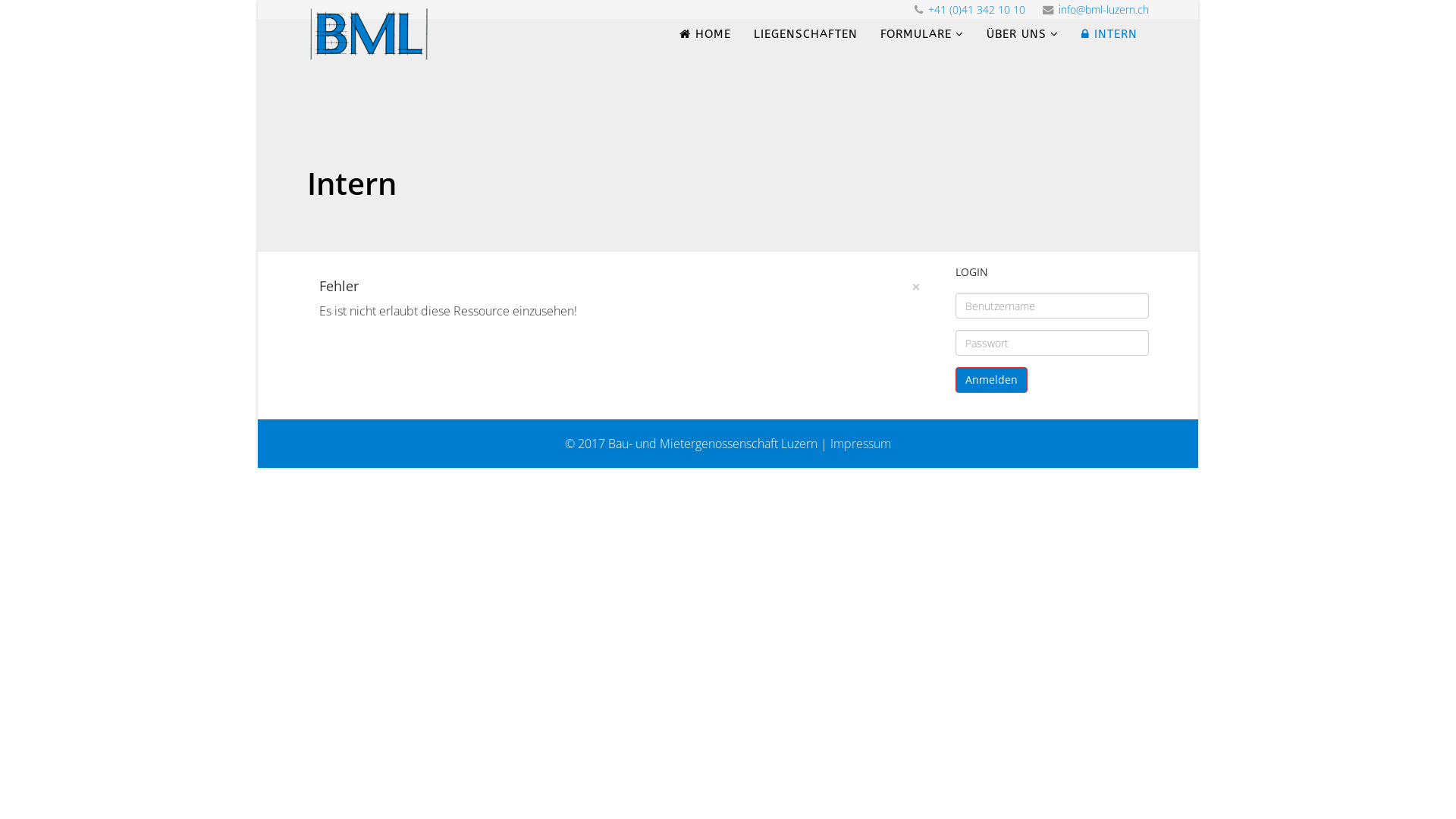  Describe the element at coordinates (954, 379) in the screenshot. I see `'Anmelden'` at that location.